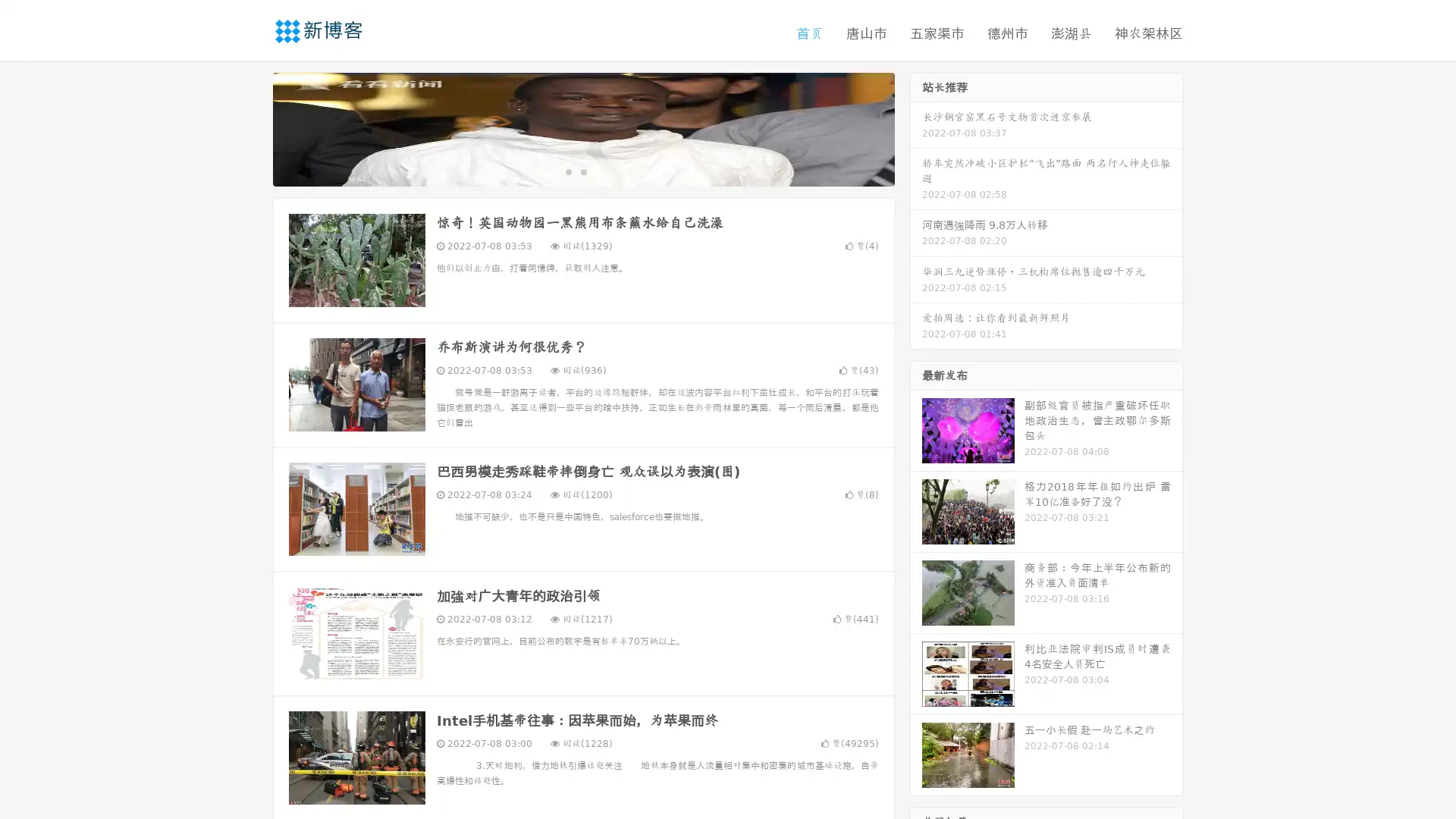  Describe the element at coordinates (582, 171) in the screenshot. I see `Go to slide 2` at that location.